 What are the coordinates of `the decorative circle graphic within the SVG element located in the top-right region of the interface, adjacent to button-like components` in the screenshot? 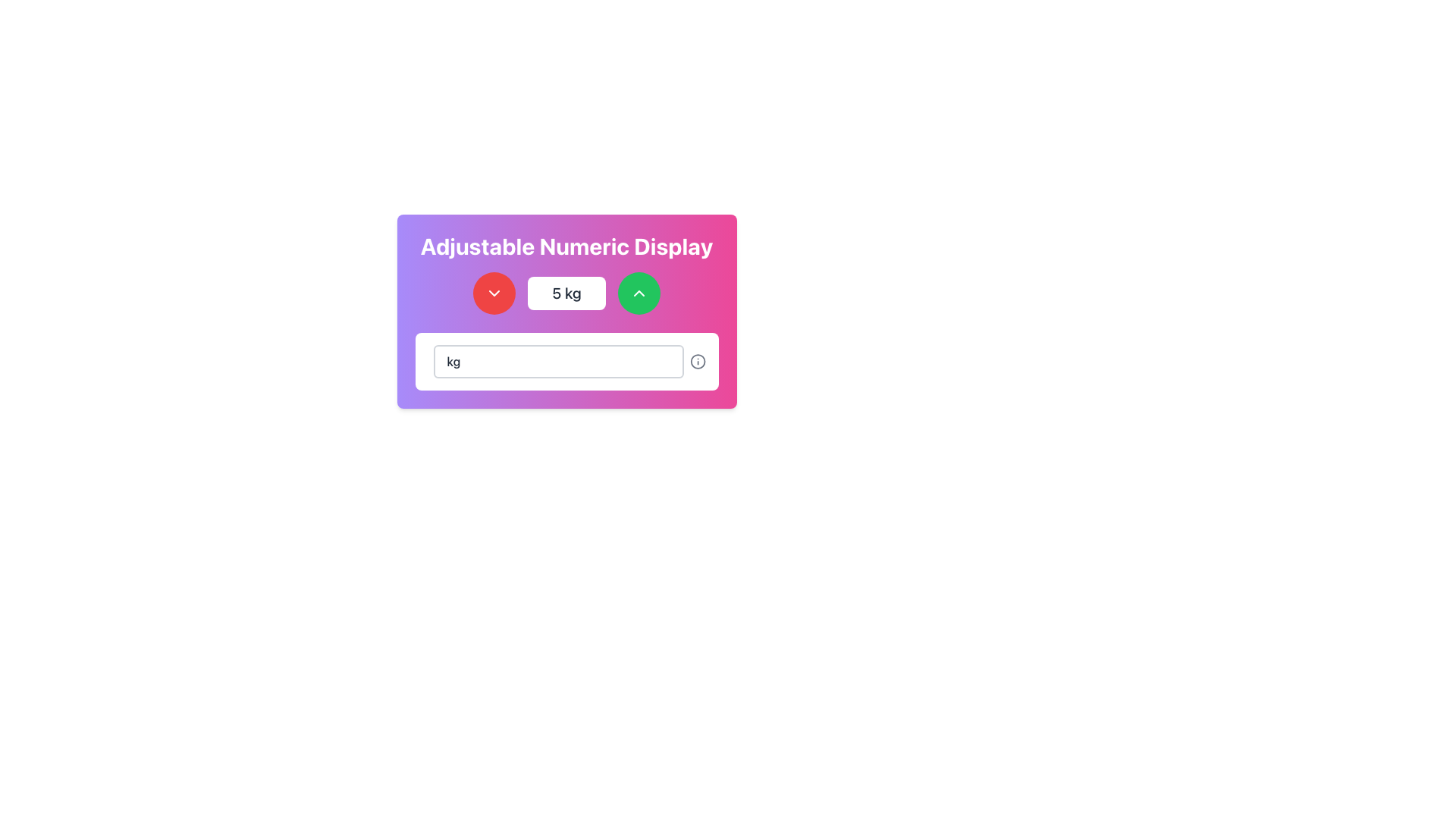 It's located at (697, 362).